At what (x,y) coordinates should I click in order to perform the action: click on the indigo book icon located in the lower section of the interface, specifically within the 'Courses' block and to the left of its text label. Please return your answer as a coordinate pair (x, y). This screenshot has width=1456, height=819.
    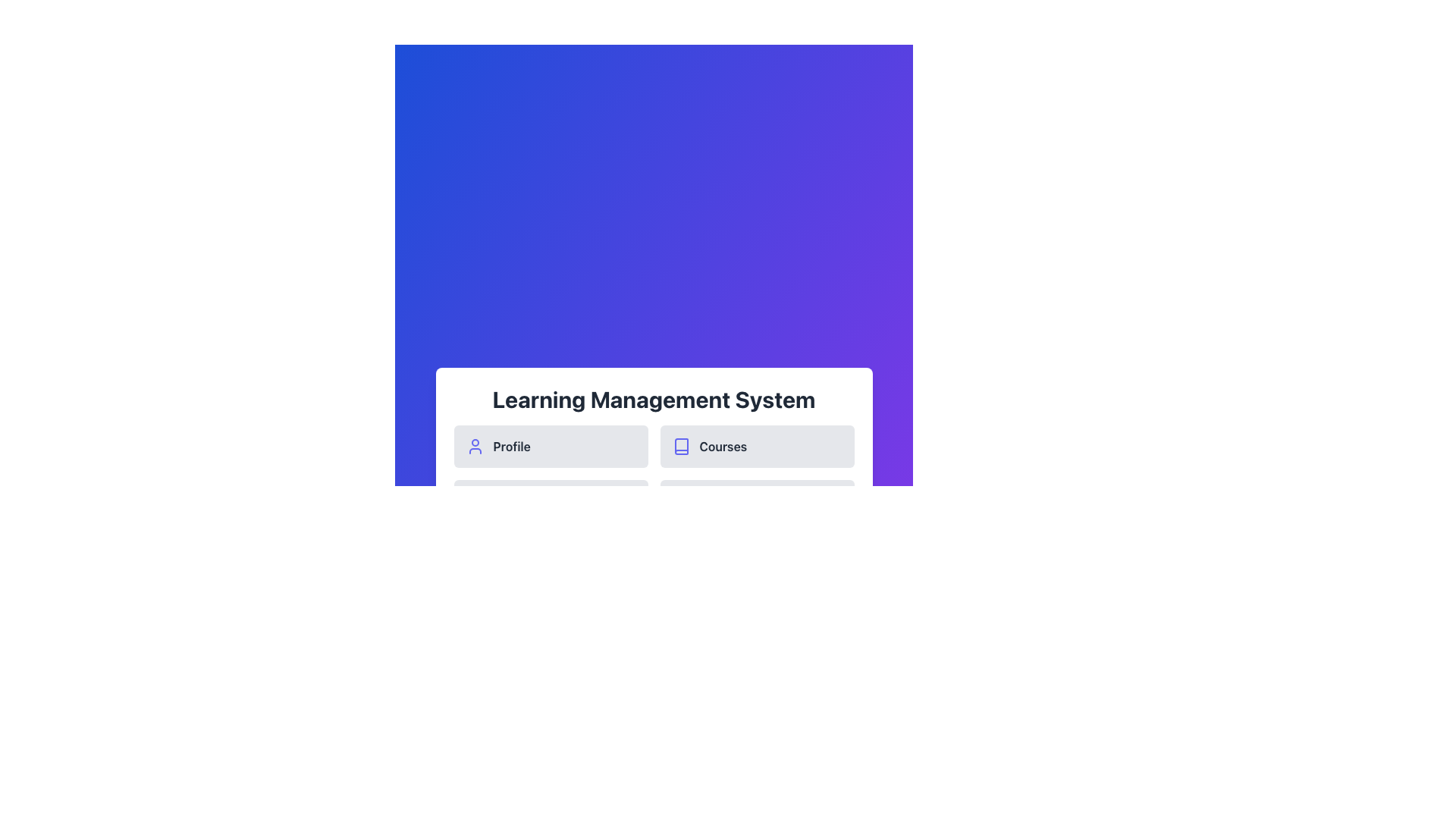
    Looking at the image, I should click on (680, 446).